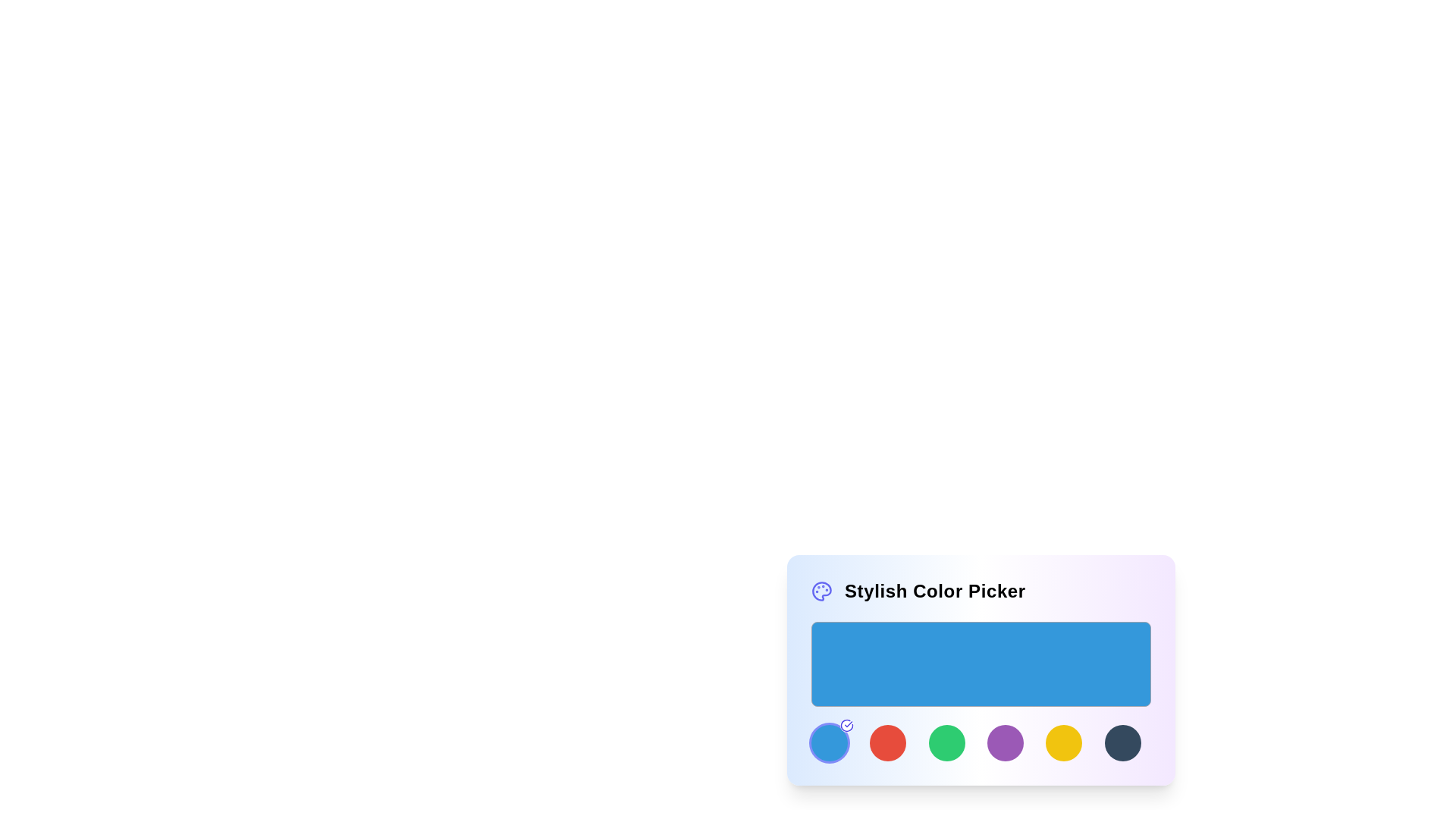  I want to click on the dark blue circular button, which is the sixth button in a grid layout, to trigger the scale effect, so click(1122, 742).